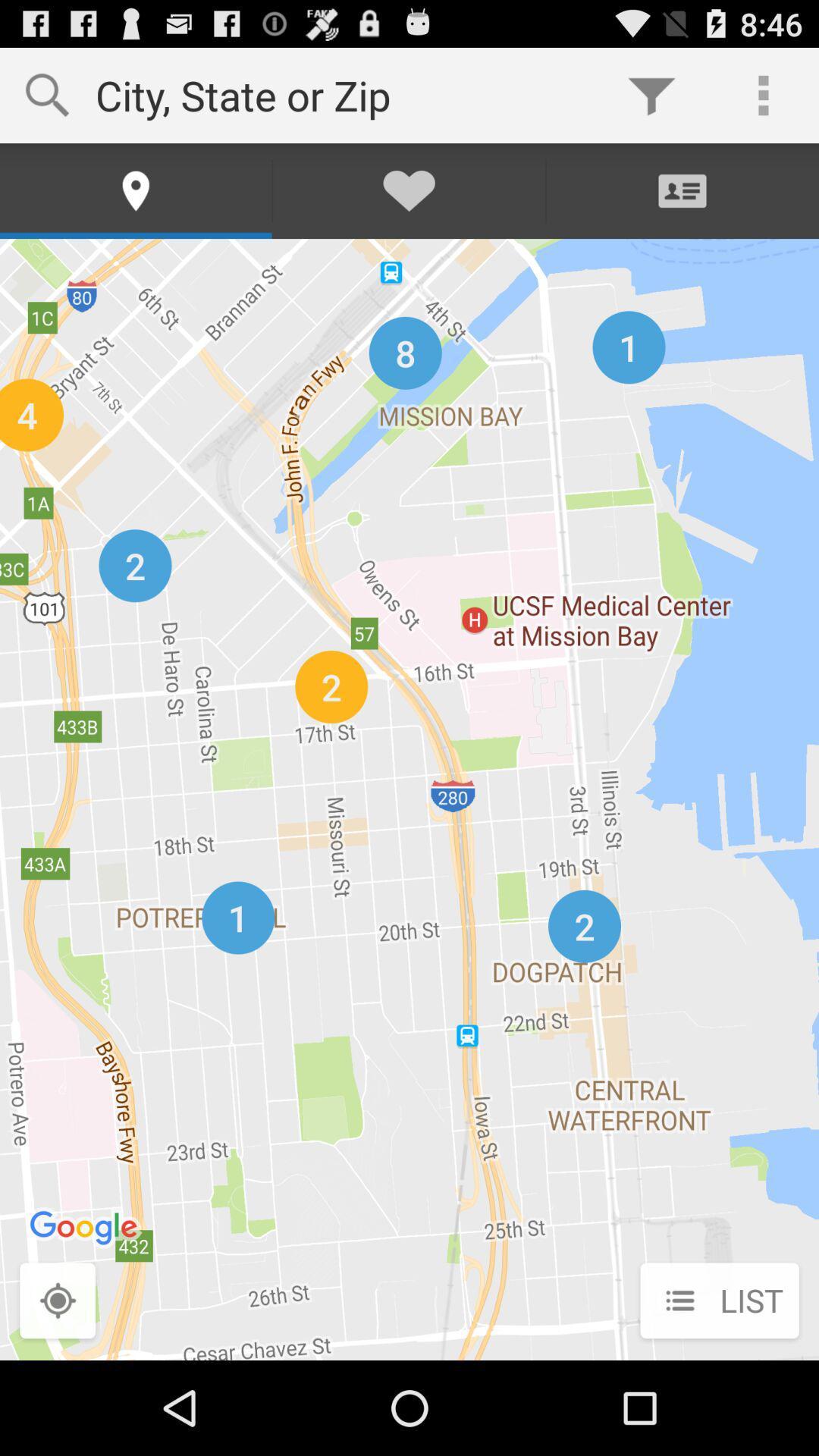 This screenshot has height=1456, width=819. I want to click on item to the right of city state or app, so click(651, 94).